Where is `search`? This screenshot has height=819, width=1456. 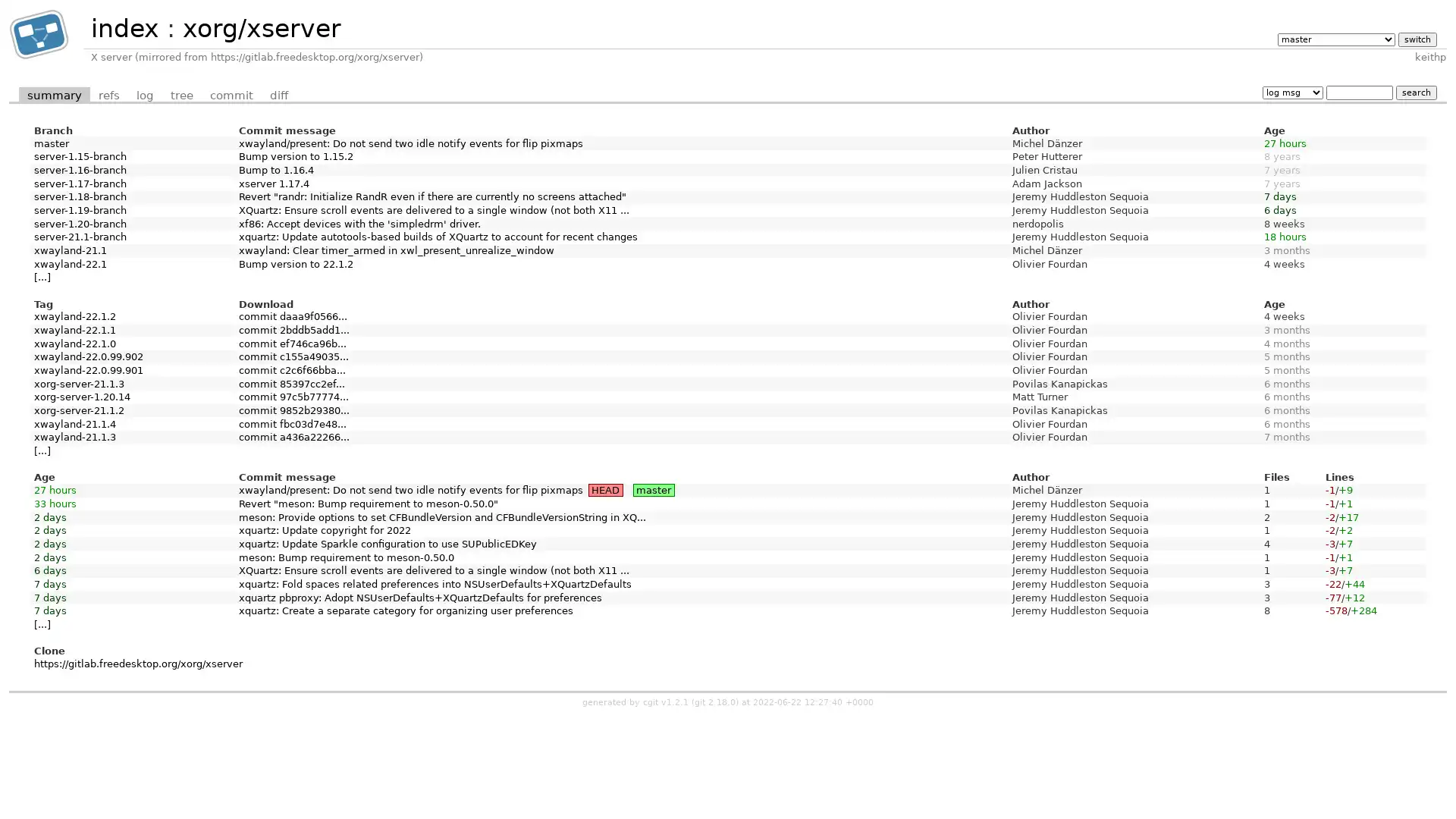 search is located at coordinates (1415, 92).